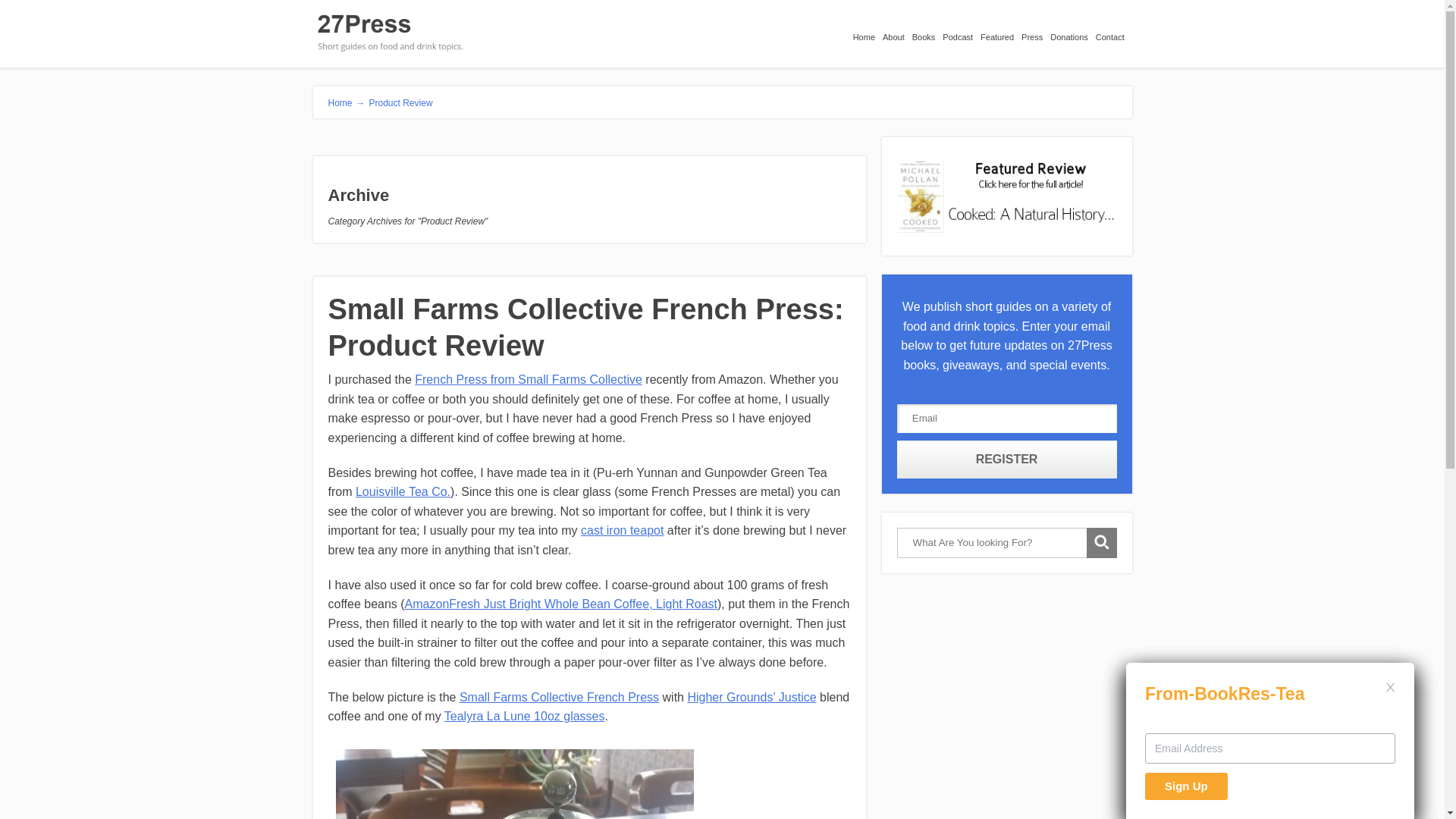  I want to click on 'Featured', so click(1001, 33).